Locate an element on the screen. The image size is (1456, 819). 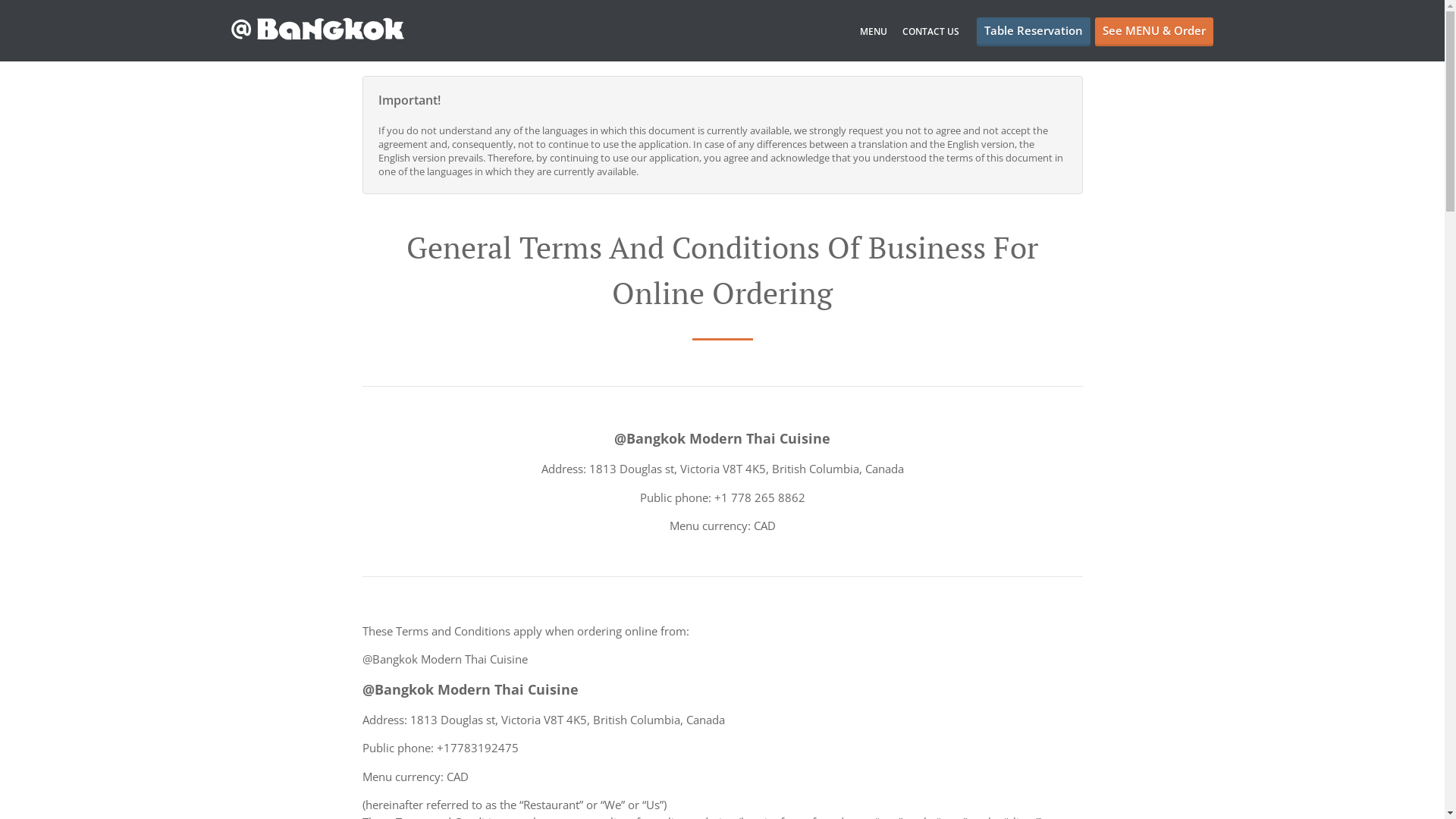
'CONTACT US' is located at coordinates (930, 31).